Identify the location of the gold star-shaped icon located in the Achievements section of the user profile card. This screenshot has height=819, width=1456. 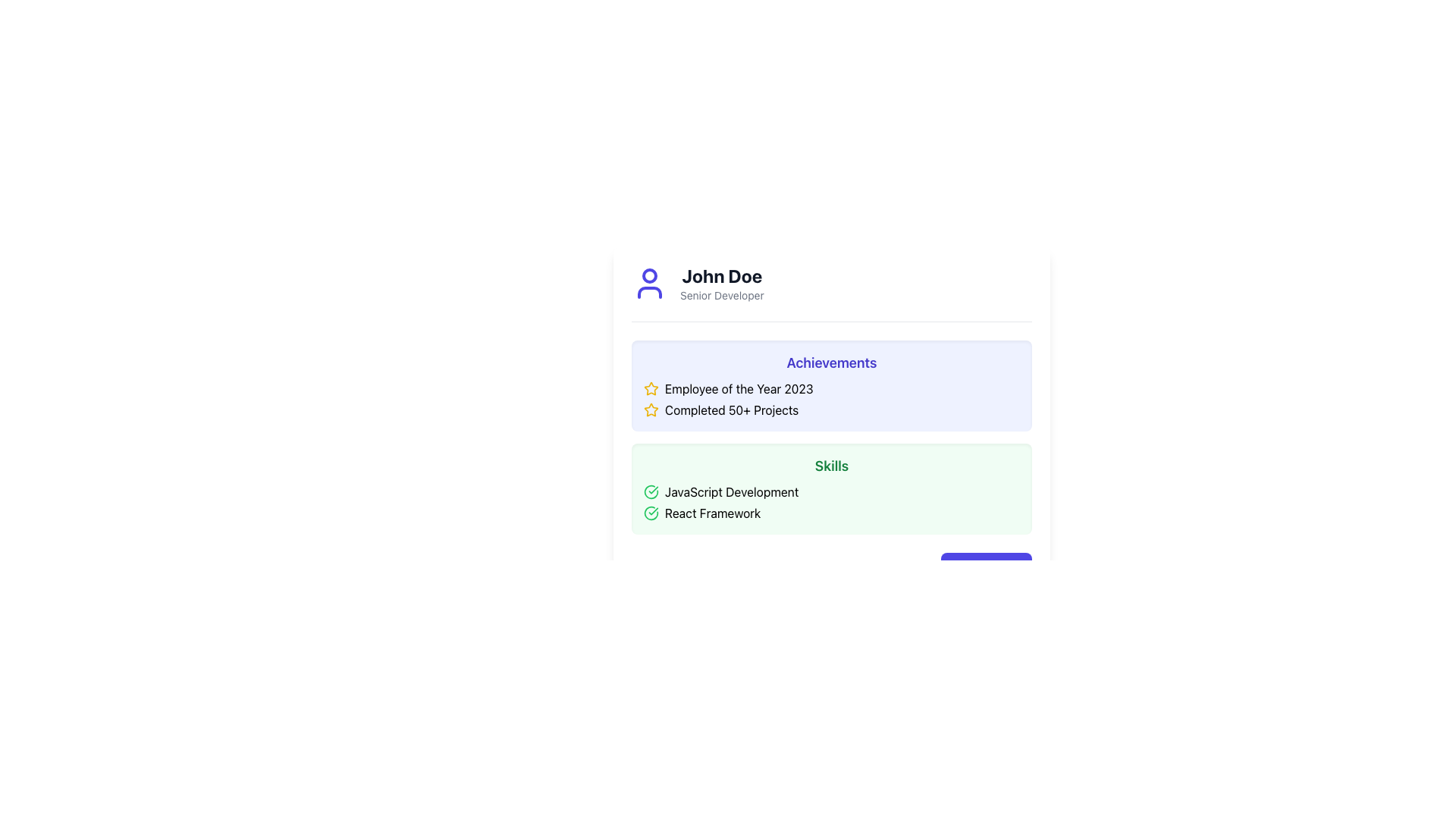
(651, 409).